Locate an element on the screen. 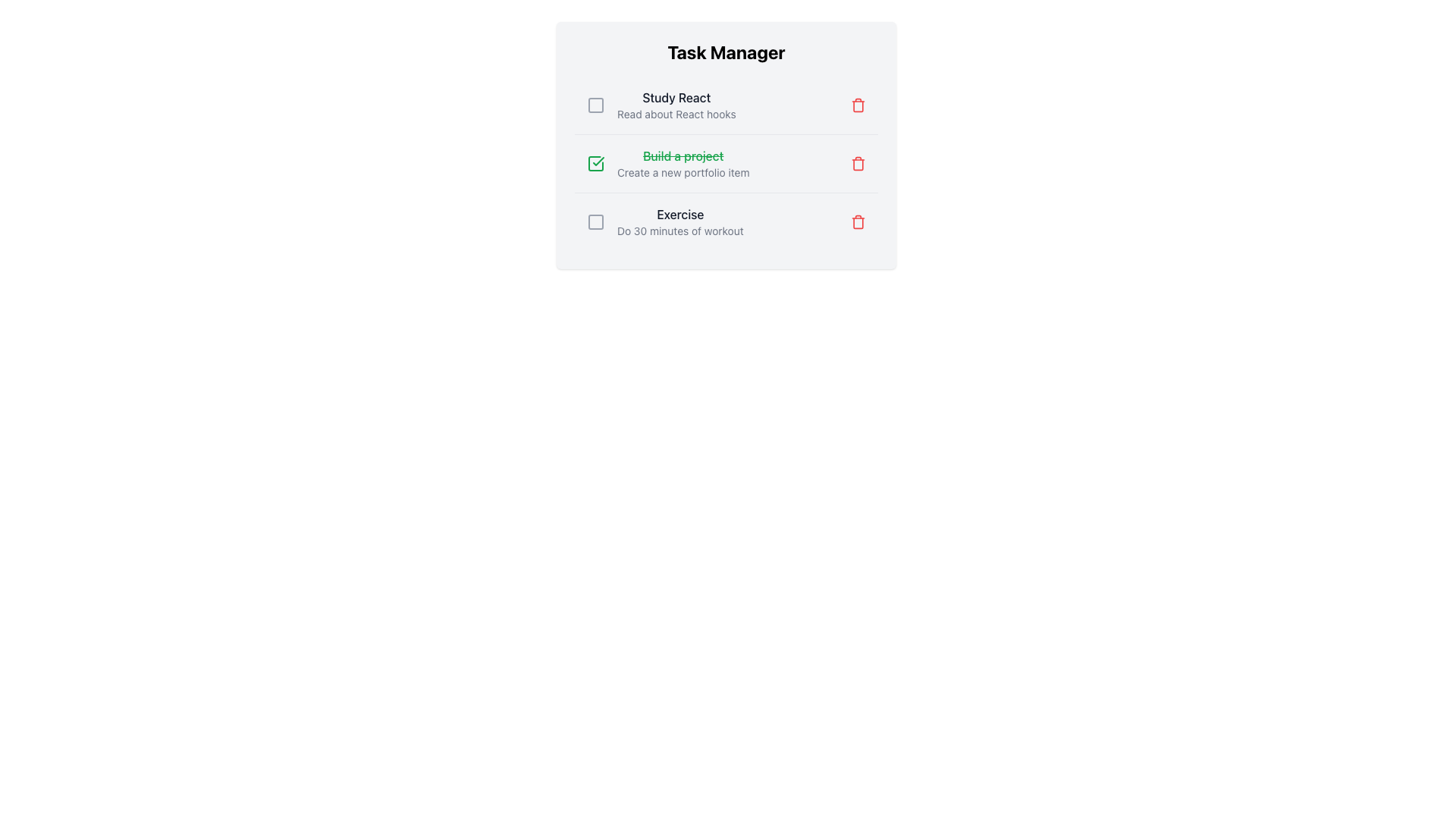  the second task item in the 'Task Manager' section, which contains the text 'Build a project' struck through in green and 'Create a new portfolio item' in smaller gray font is located at coordinates (682, 164).